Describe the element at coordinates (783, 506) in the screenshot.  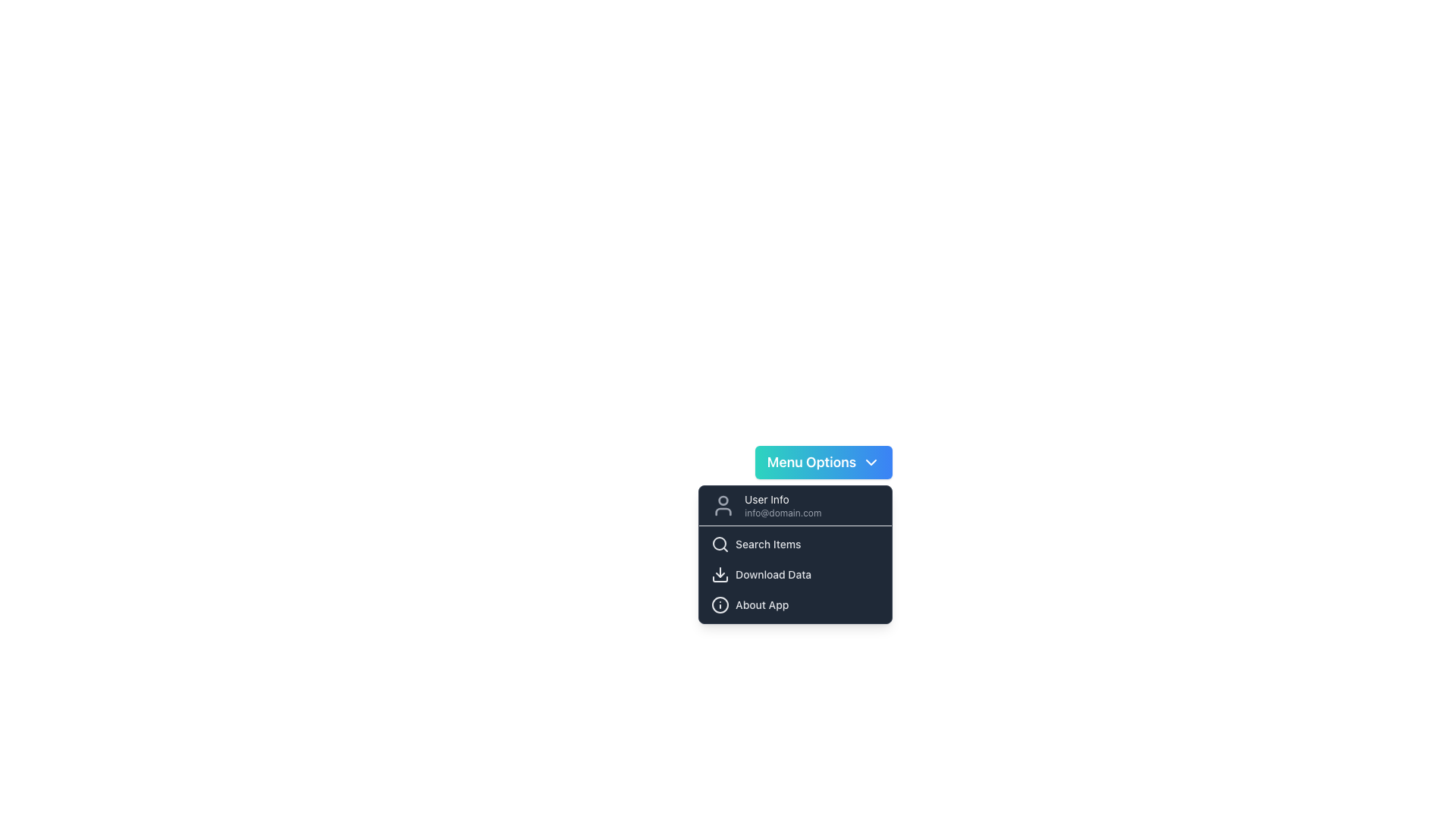
I see `the user information display in the dropdown menu under 'Menu Options', located to the right of the user icon and visually separated by a horizontal line` at that location.